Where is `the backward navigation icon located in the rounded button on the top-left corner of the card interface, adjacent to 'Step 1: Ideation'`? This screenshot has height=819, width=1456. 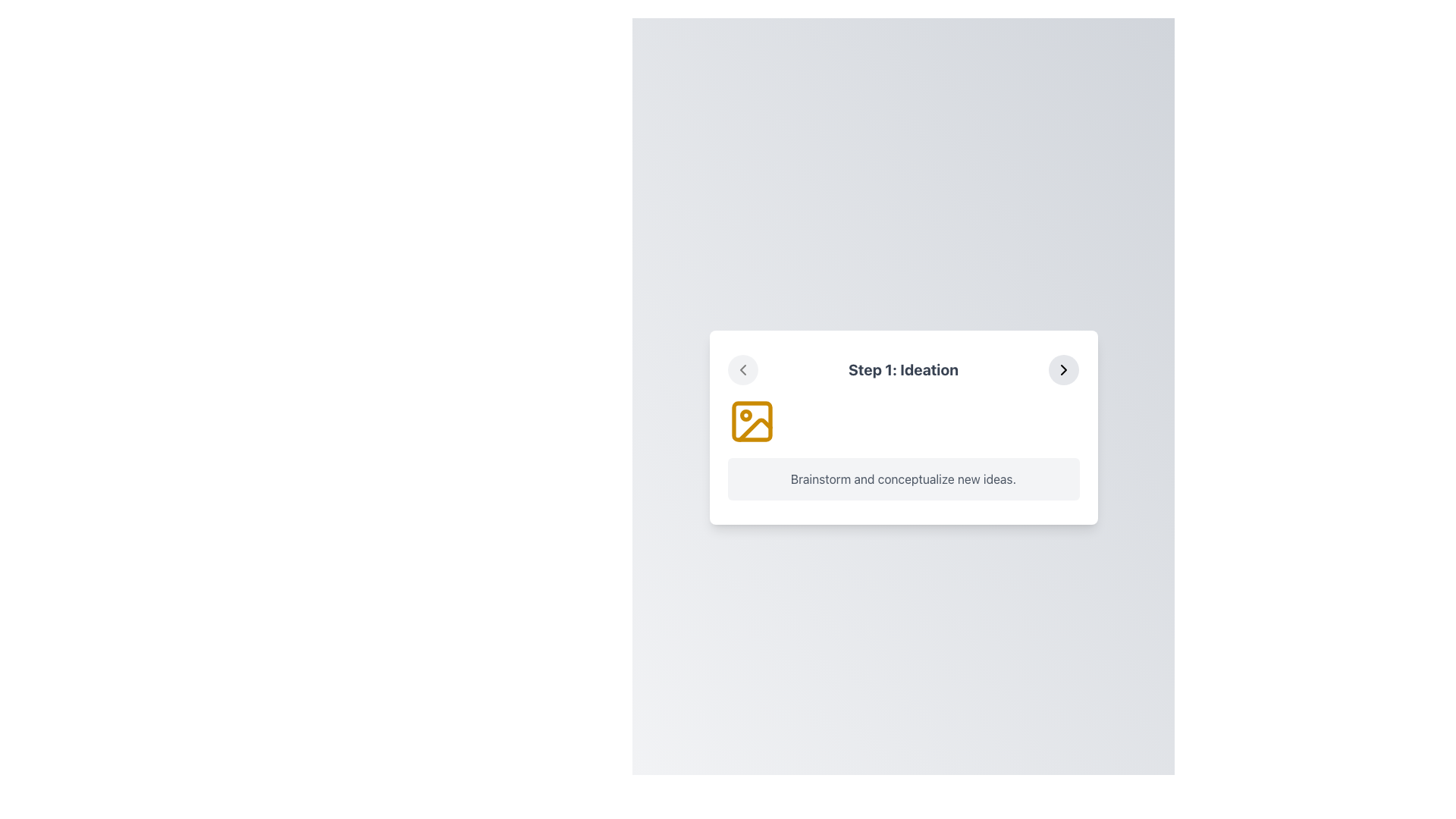 the backward navigation icon located in the rounded button on the top-left corner of the card interface, adjacent to 'Step 1: Ideation' is located at coordinates (742, 370).